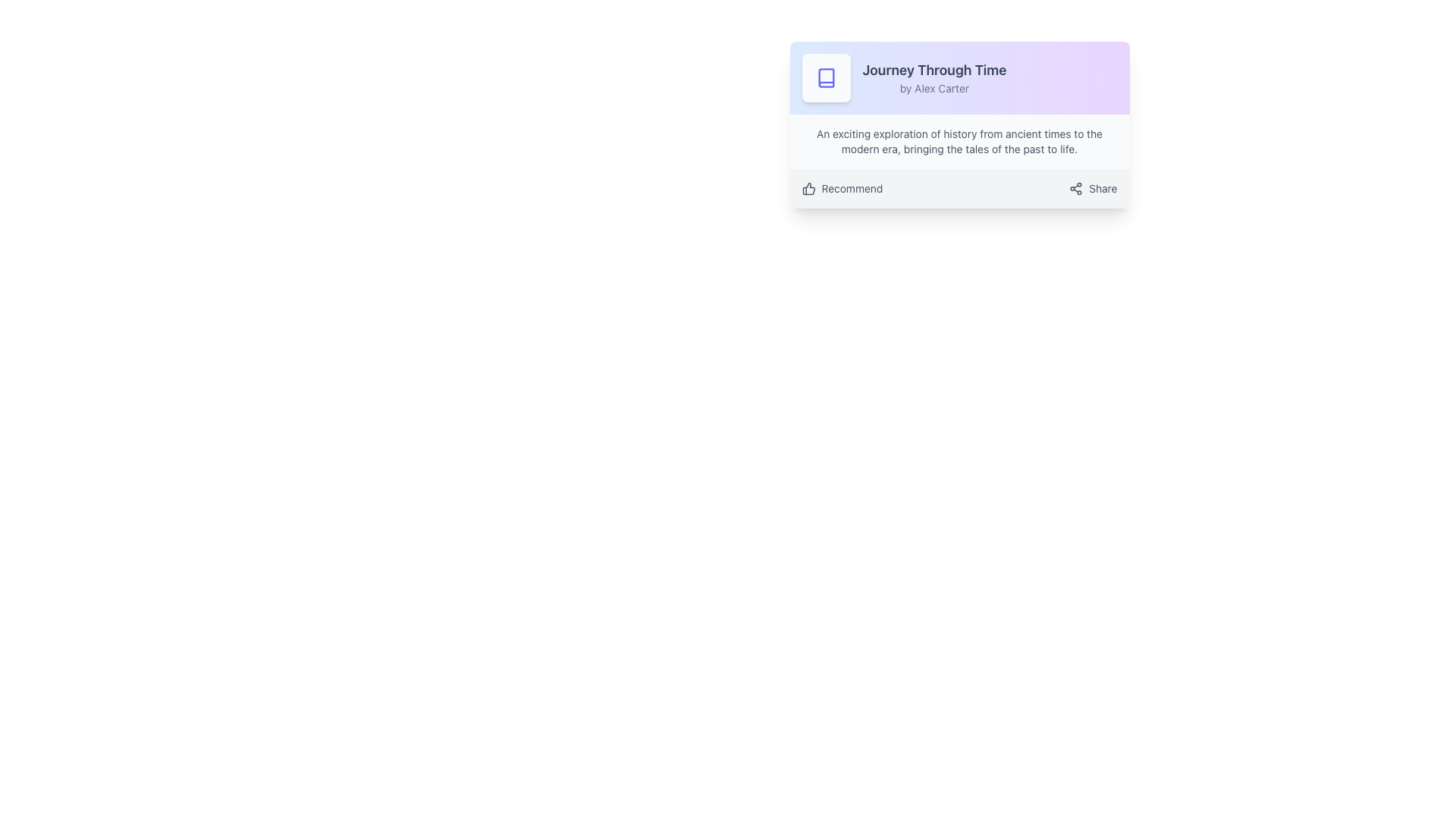 This screenshot has height=819, width=1456. Describe the element at coordinates (808, 188) in the screenshot. I see `the outlined thumbs-up icon located on the left side of the 'Recommend' text group at the bottom-left of the card layout` at that location.